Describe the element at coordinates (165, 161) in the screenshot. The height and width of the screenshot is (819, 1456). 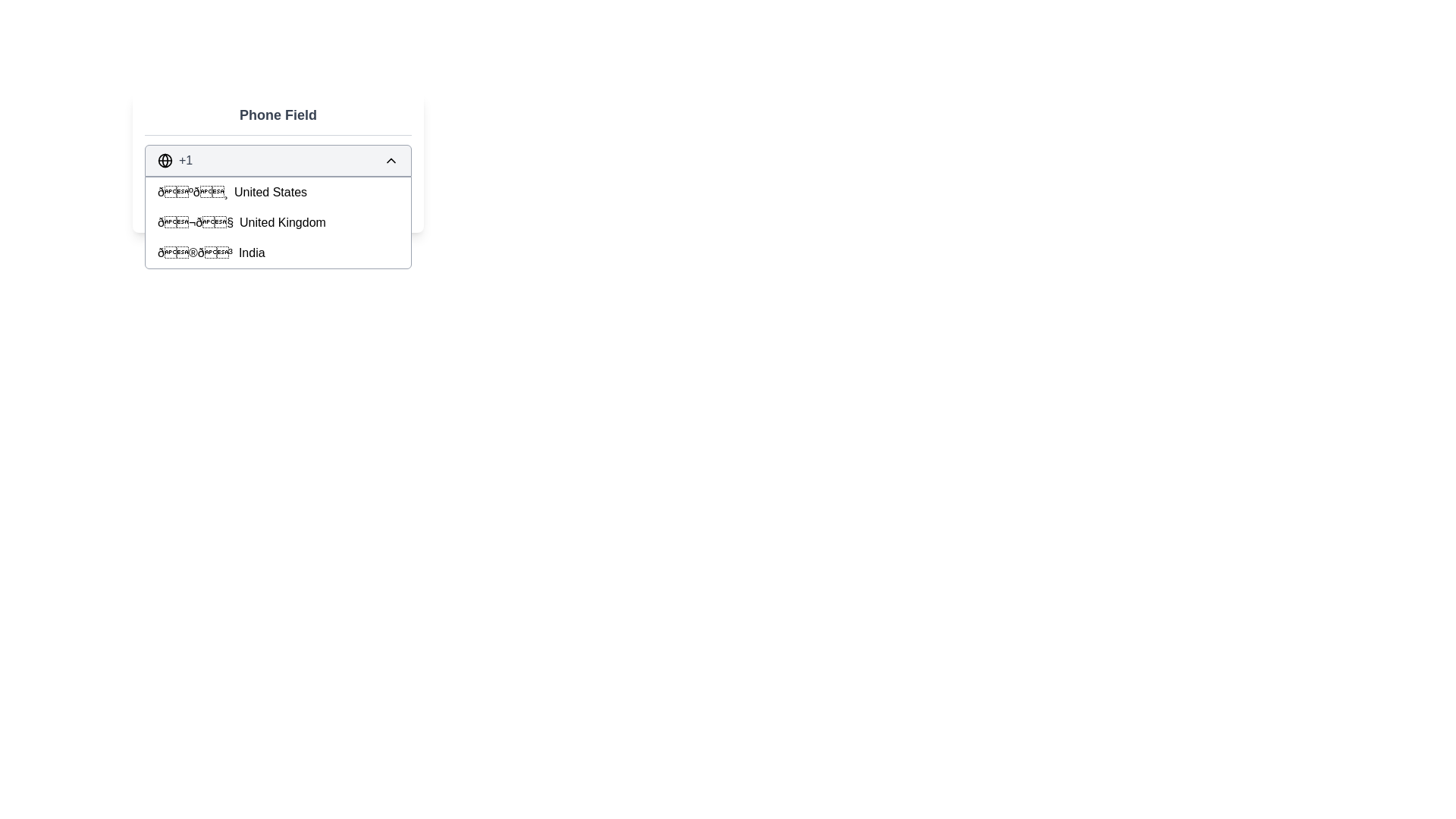
I see `the circular globe icon on the left side of the input field marked with a '+1' prefix to interact with it` at that location.